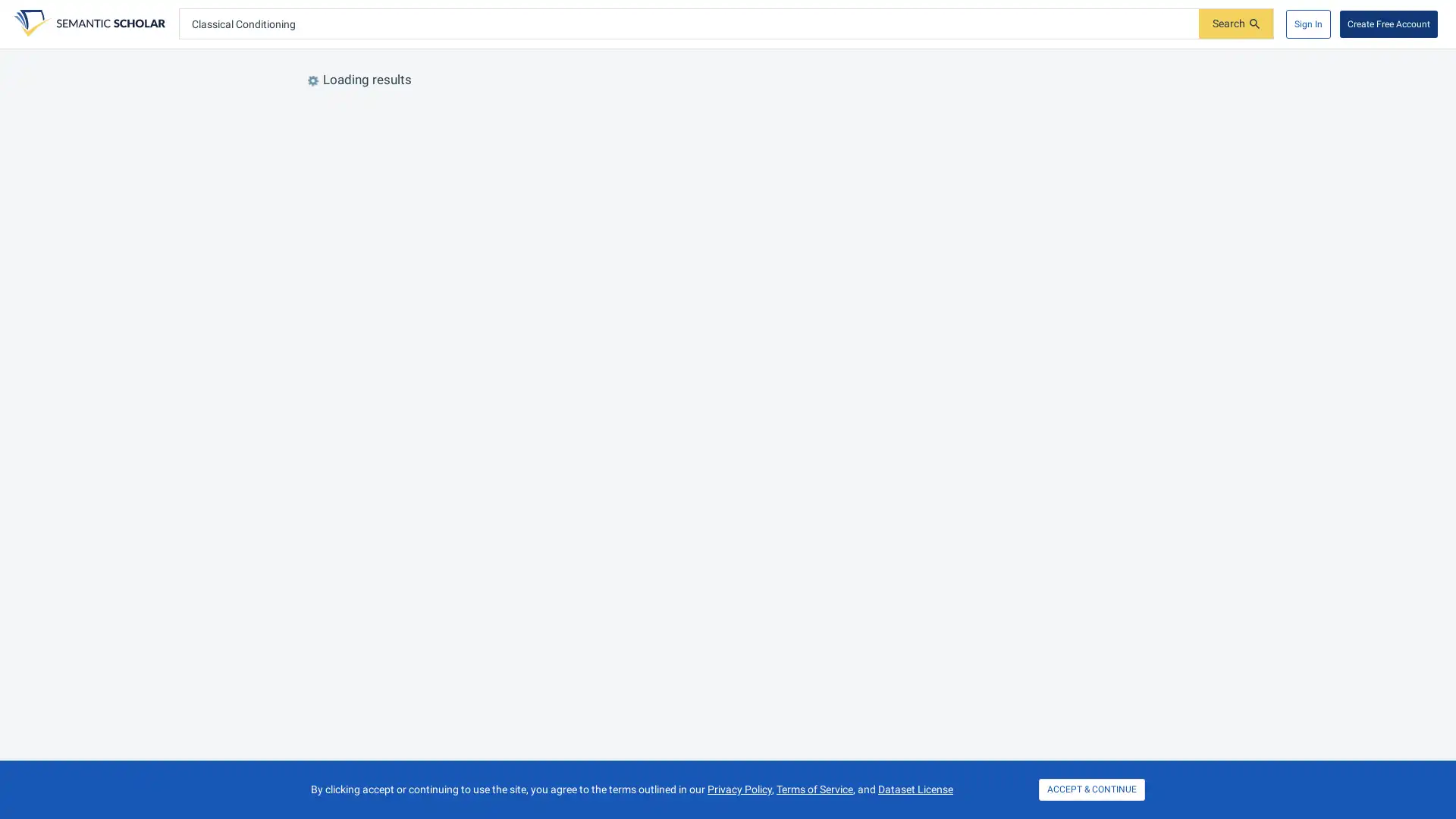  What do you see at coordinates (457, 674) in the screenshot?
I see `Turn on email alert for this paper` at bounding box center [457, 674].